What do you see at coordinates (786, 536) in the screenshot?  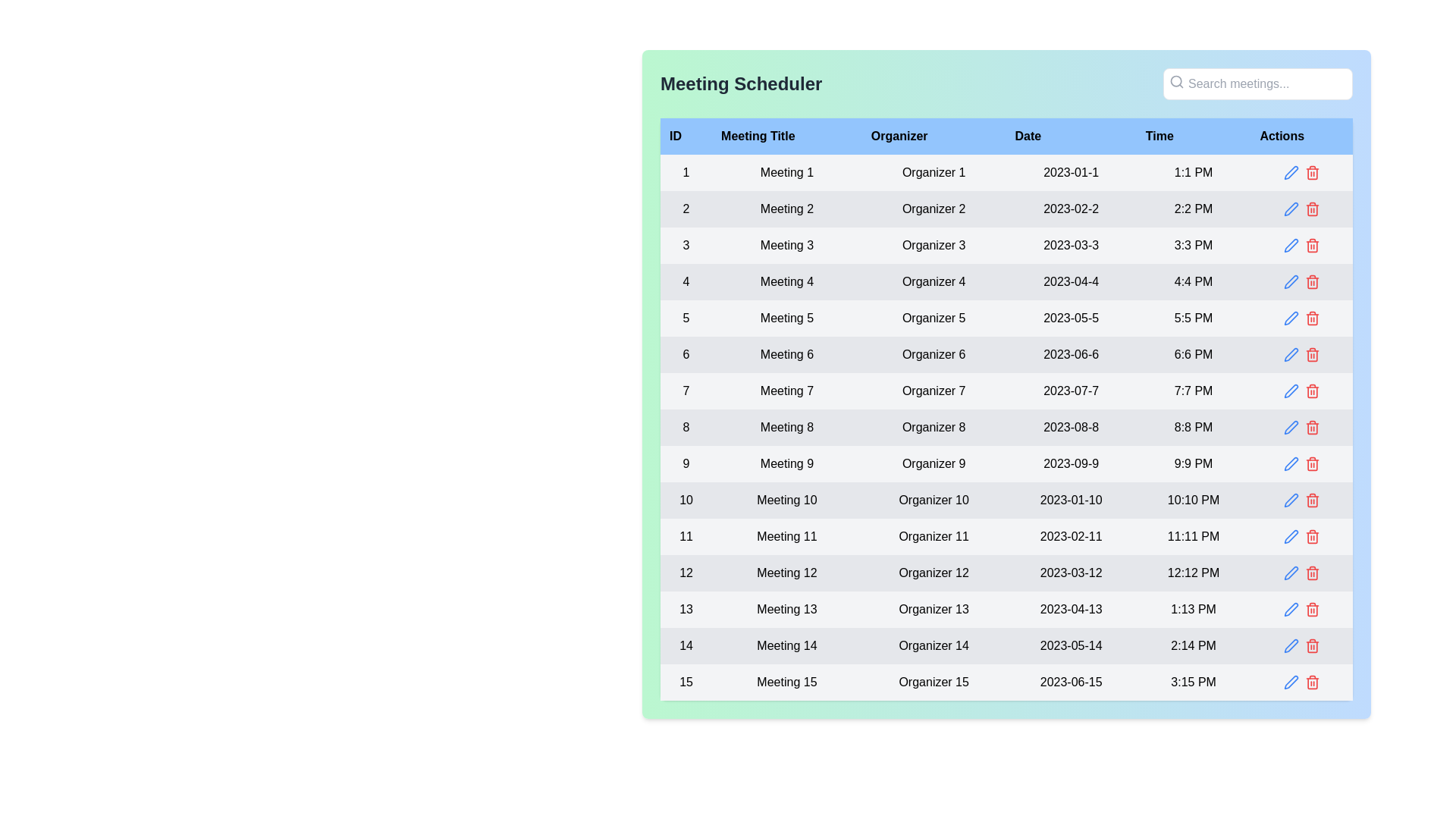 I see `the 'Meeting Title' text label located in the 11th row of the scheduling table, positioned between the 'ID' and 'Organizer' columns` at bounding box center [786, 536].